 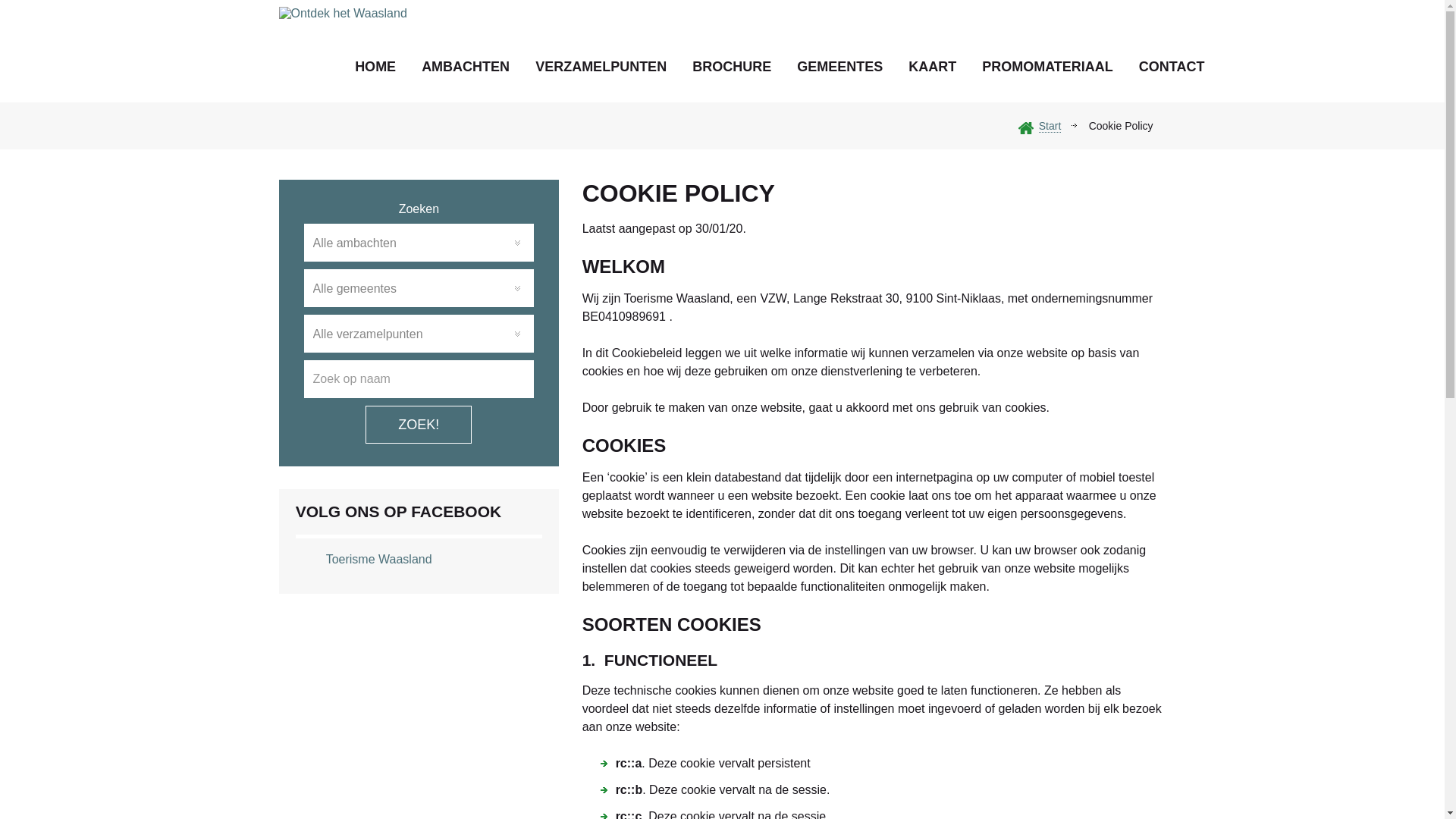 I want to click on 'HOME', so click(x=375, y=66).